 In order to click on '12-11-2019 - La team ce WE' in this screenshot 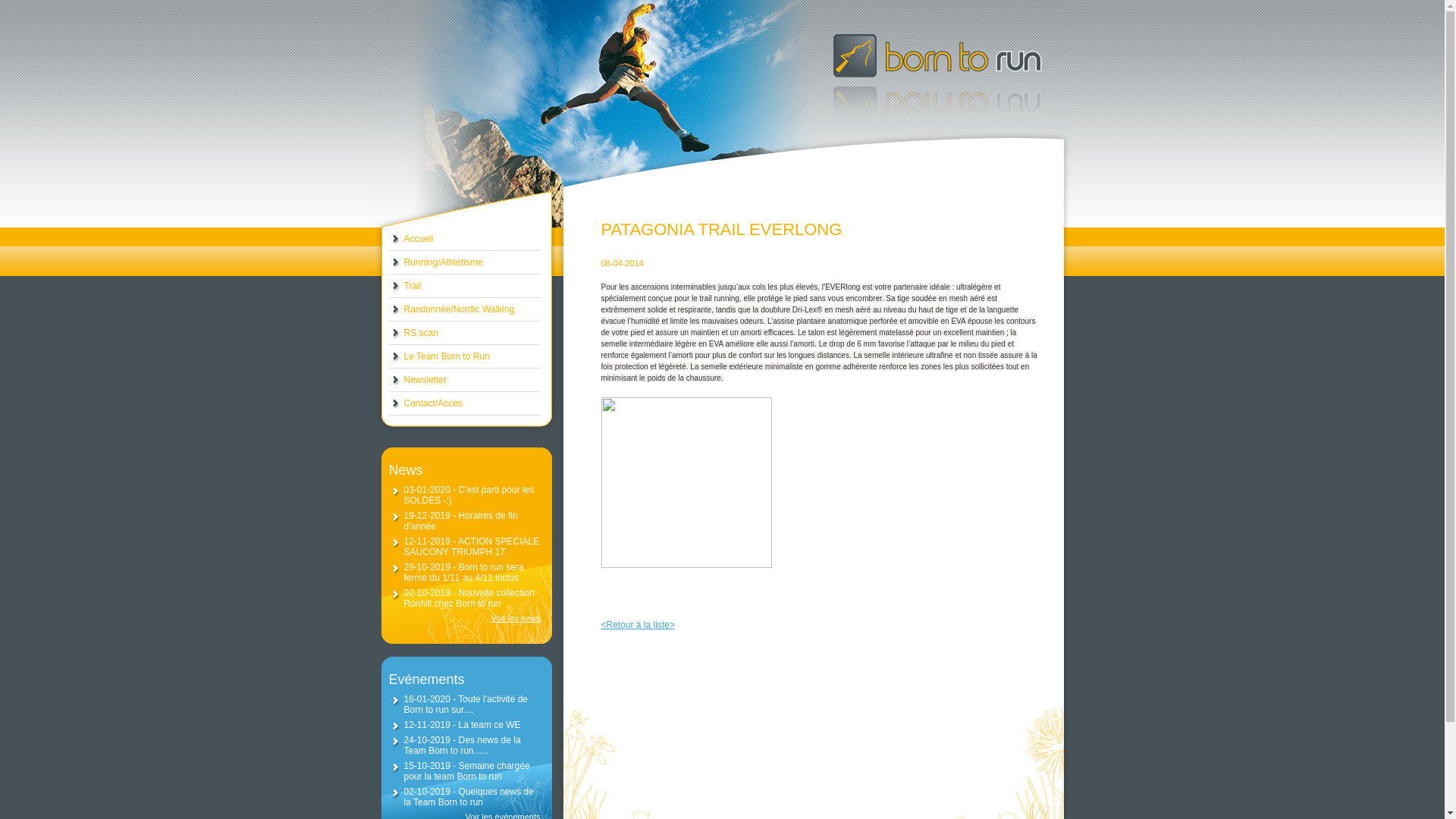, I will do `click(461, 724)`.